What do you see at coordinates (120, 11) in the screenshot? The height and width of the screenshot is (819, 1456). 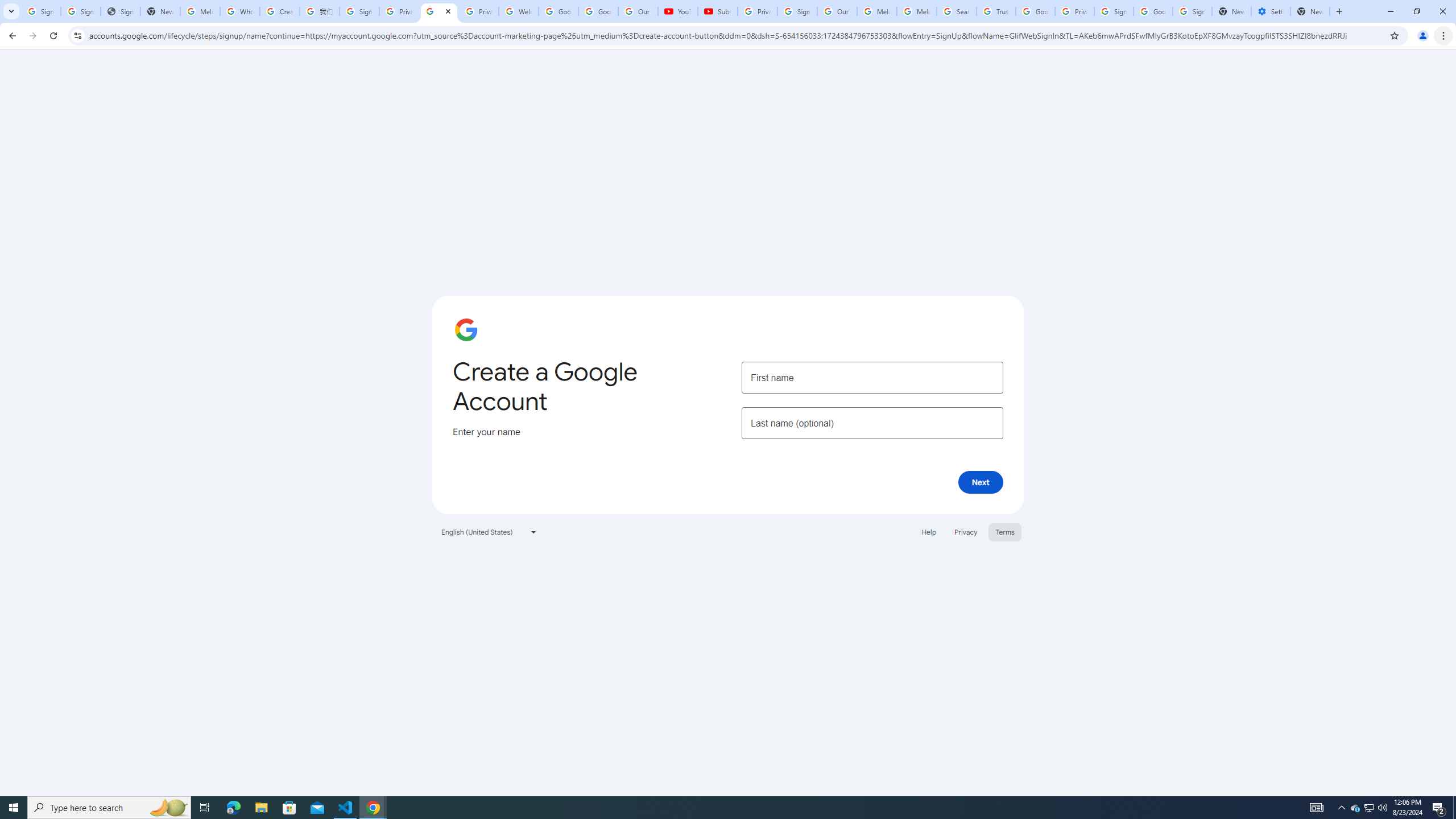 I see `'Sign In - USA TODAY'` at bounding box center [120, 11].